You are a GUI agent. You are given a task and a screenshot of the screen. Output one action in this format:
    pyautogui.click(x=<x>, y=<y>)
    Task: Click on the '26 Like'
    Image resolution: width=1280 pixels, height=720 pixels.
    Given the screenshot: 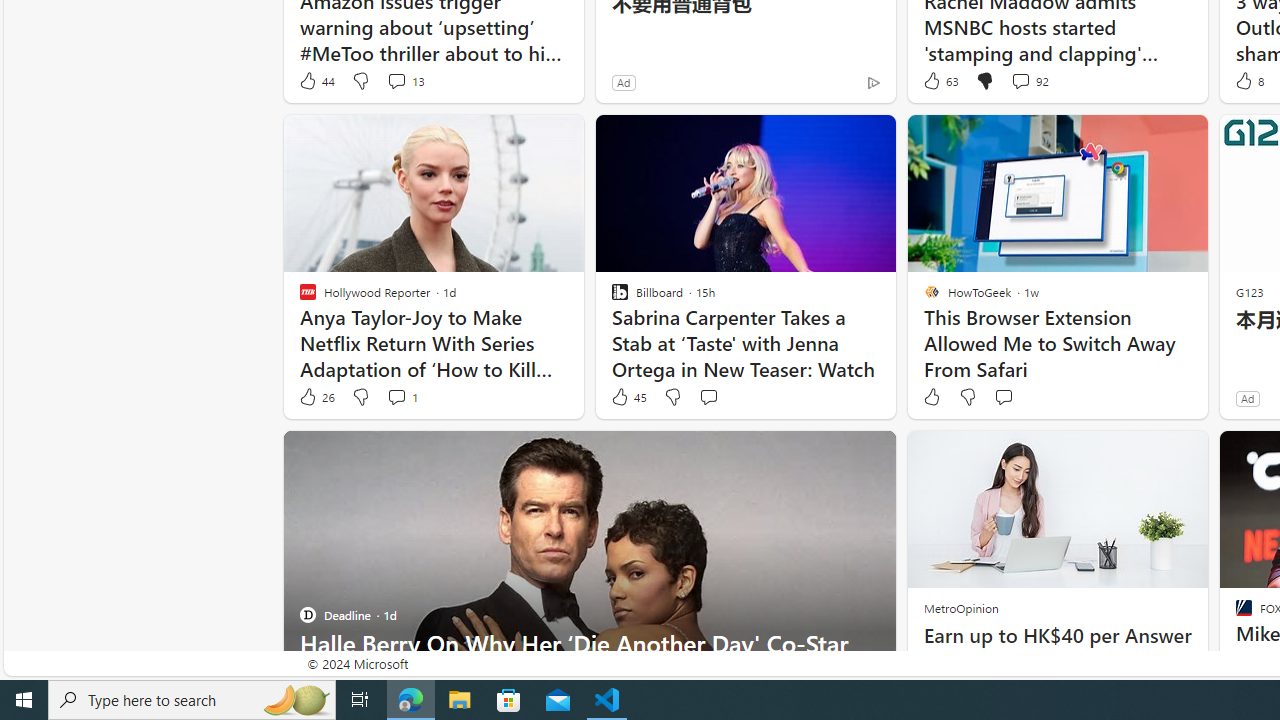 What is the action you would take?
    pyautogui.click(x=315, y=397)
    